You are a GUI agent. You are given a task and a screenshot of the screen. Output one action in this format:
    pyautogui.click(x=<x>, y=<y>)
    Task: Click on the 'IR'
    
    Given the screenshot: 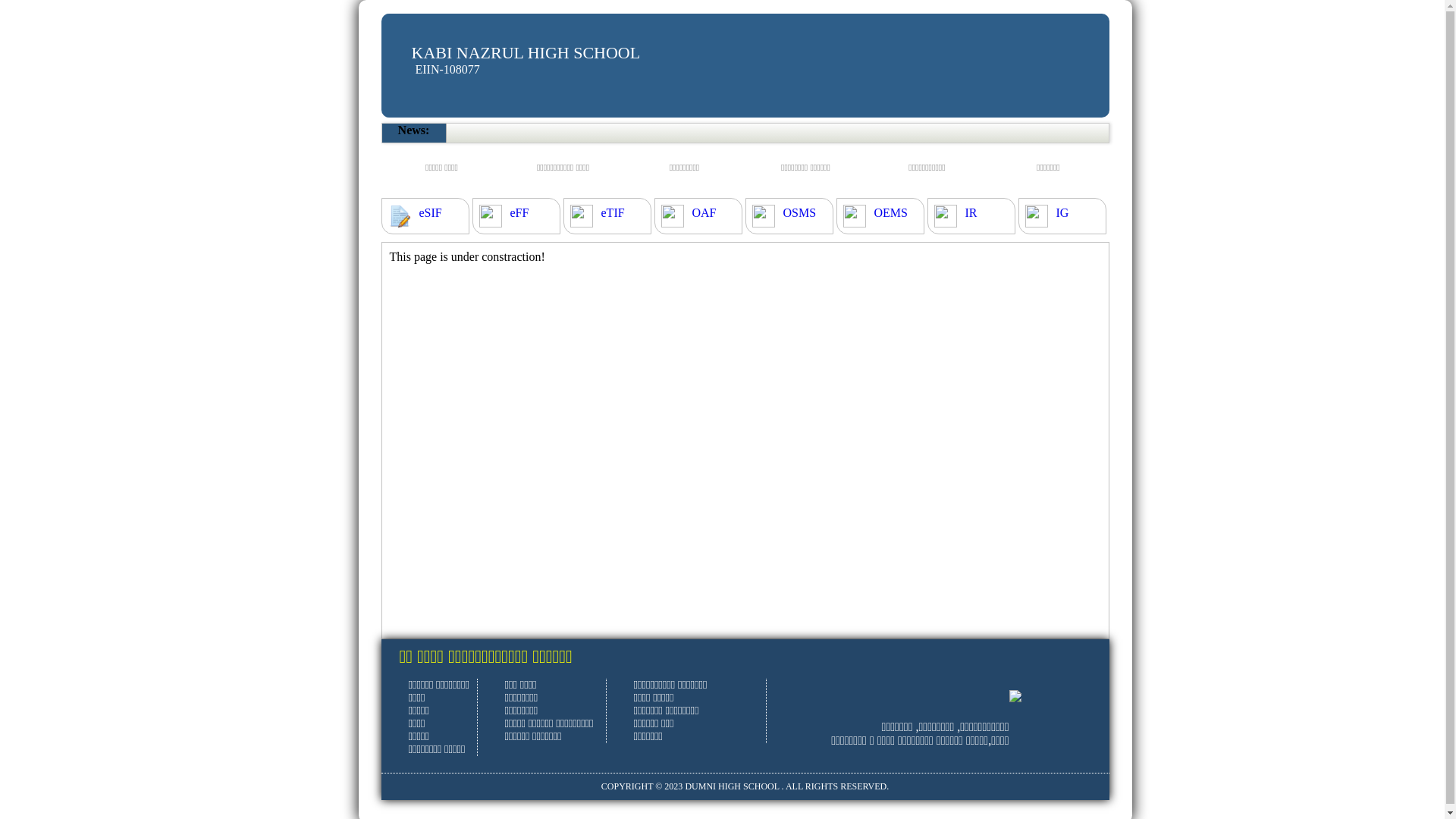 What is the action you would take?
    pyautogui.click(x=971, y=213)
    